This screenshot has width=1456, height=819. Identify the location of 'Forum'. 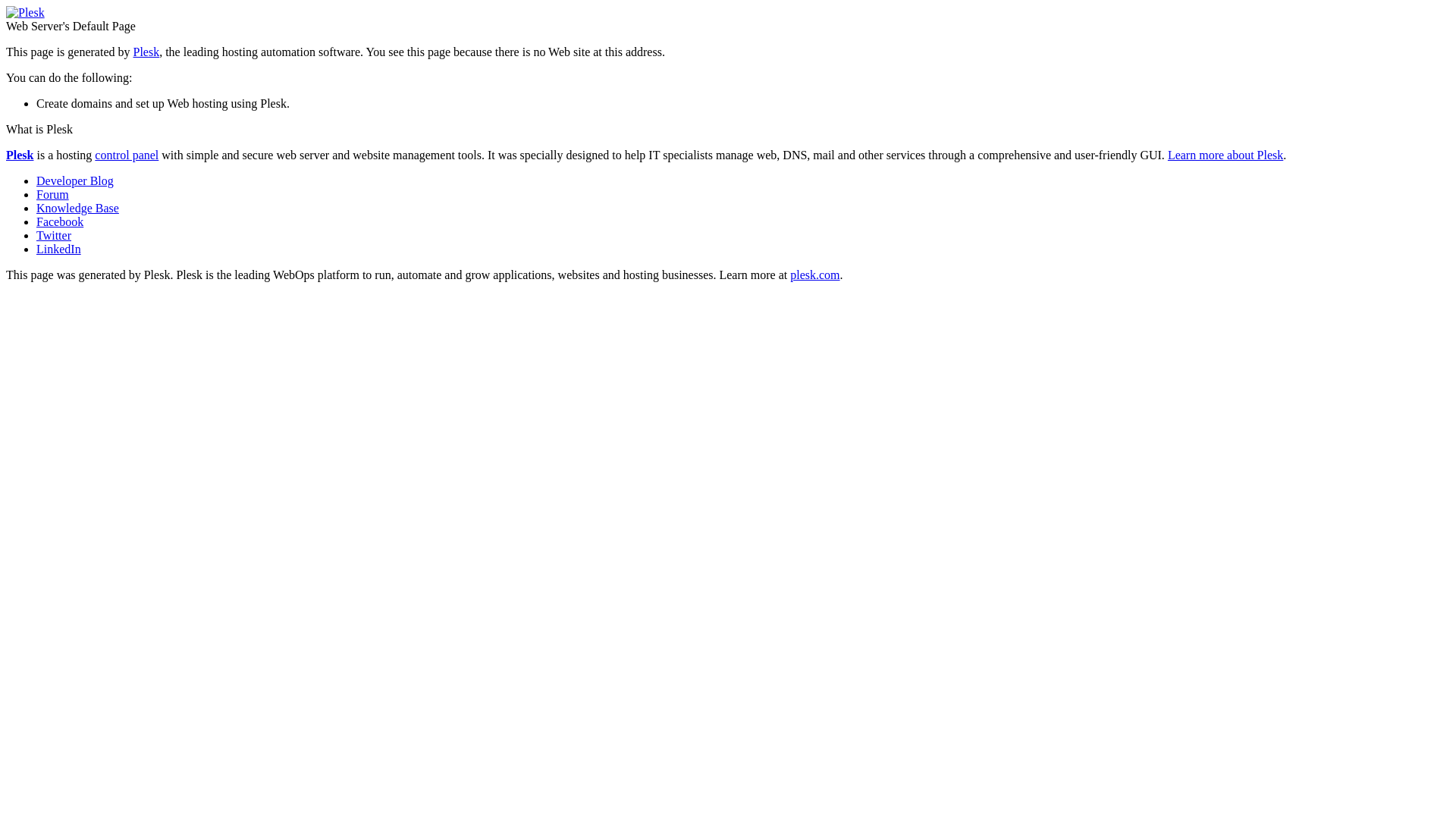
(52, 193).